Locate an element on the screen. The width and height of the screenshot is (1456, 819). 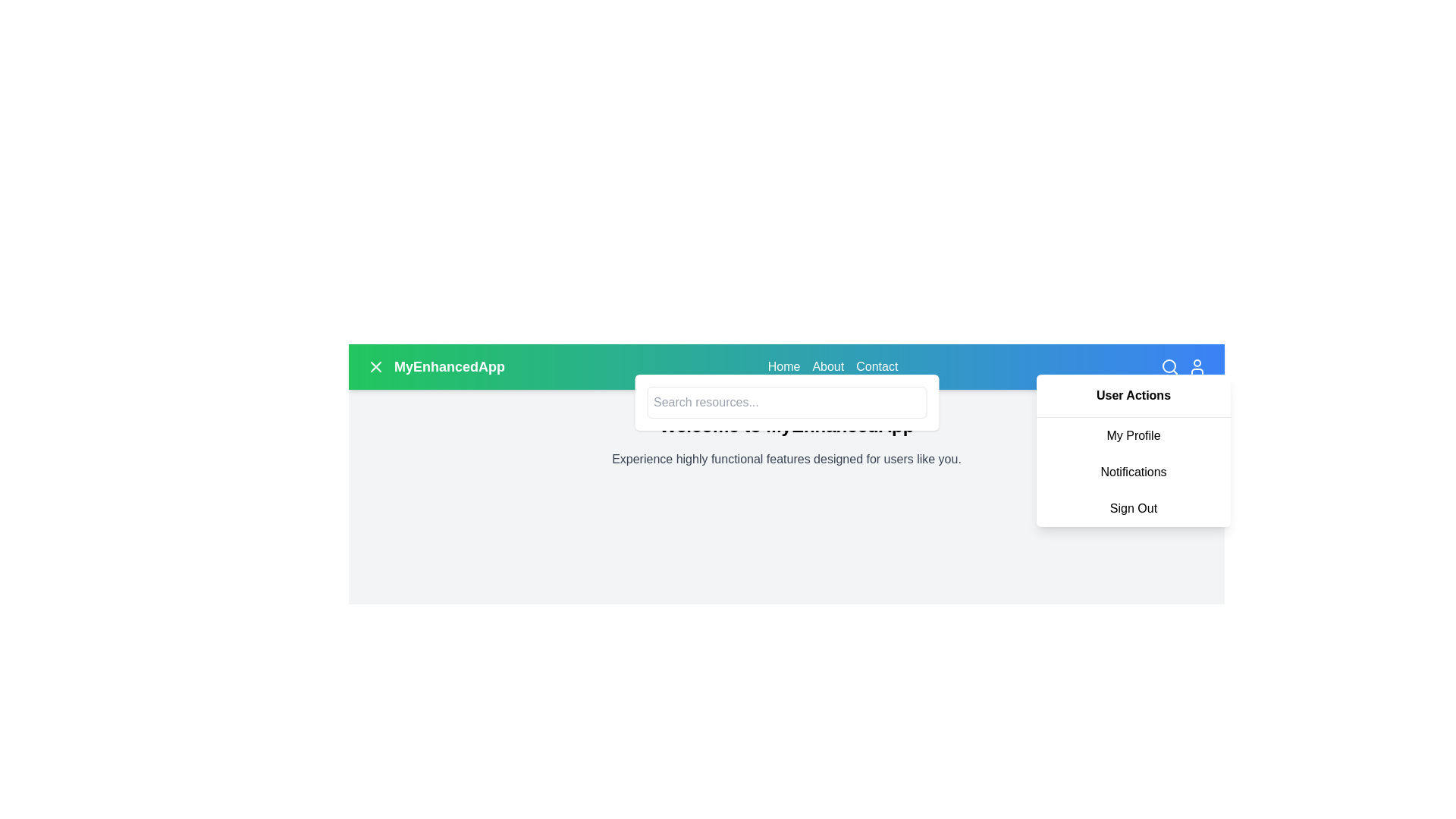
the 'My Profile' label in the dropdown menu under 'User Actions' to trigger the background color change effect is located at coordinates (1133, 435).